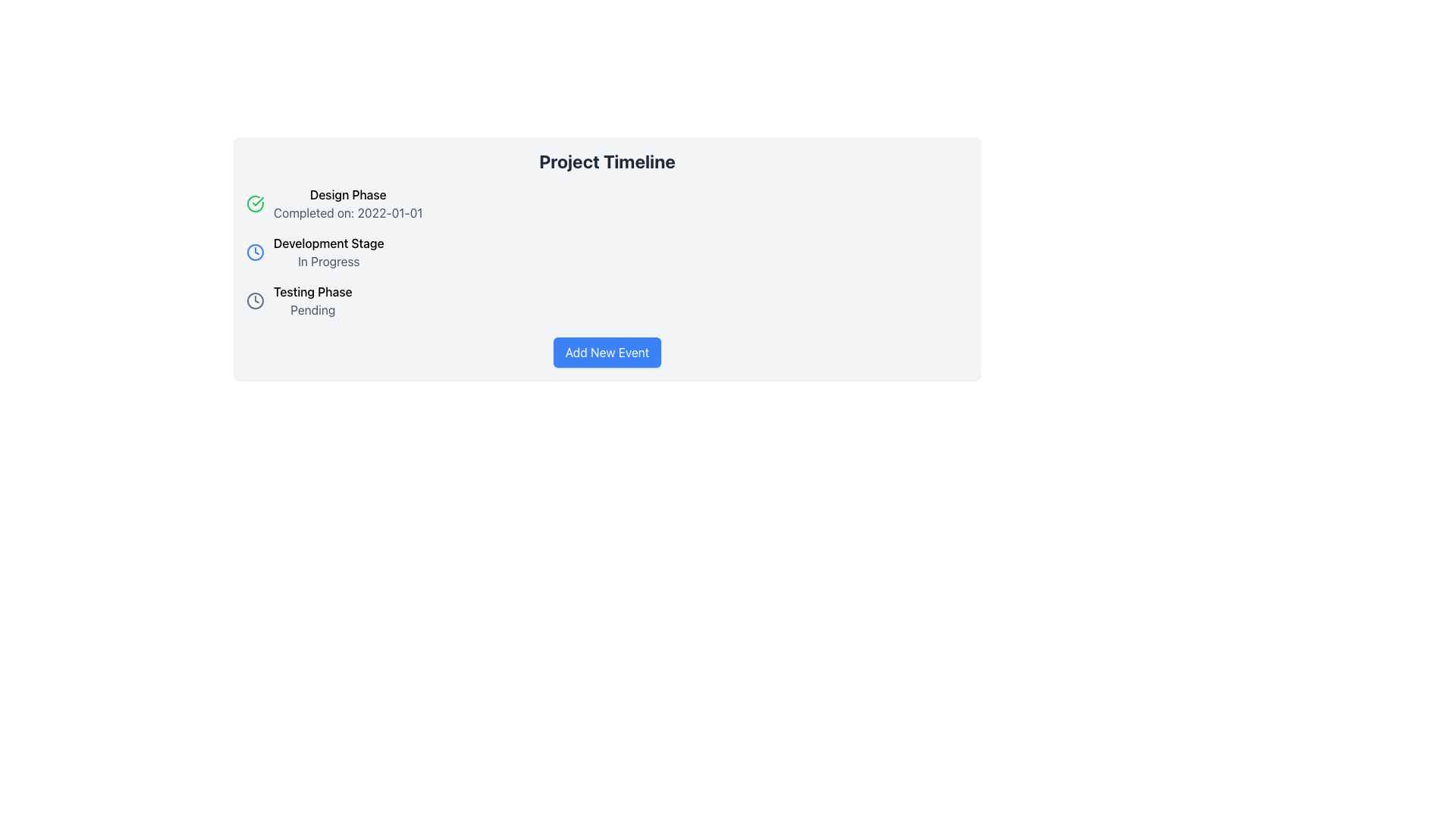 The width and height of the screenshot is (1456, 819). Describe the element at coordinates (312, 309) in the screenshot. I see `the text element displaying 'Pending', which is styled in light gray and positioned below 'Testing Phase' in the 'Project Timeline' panel` at that location.